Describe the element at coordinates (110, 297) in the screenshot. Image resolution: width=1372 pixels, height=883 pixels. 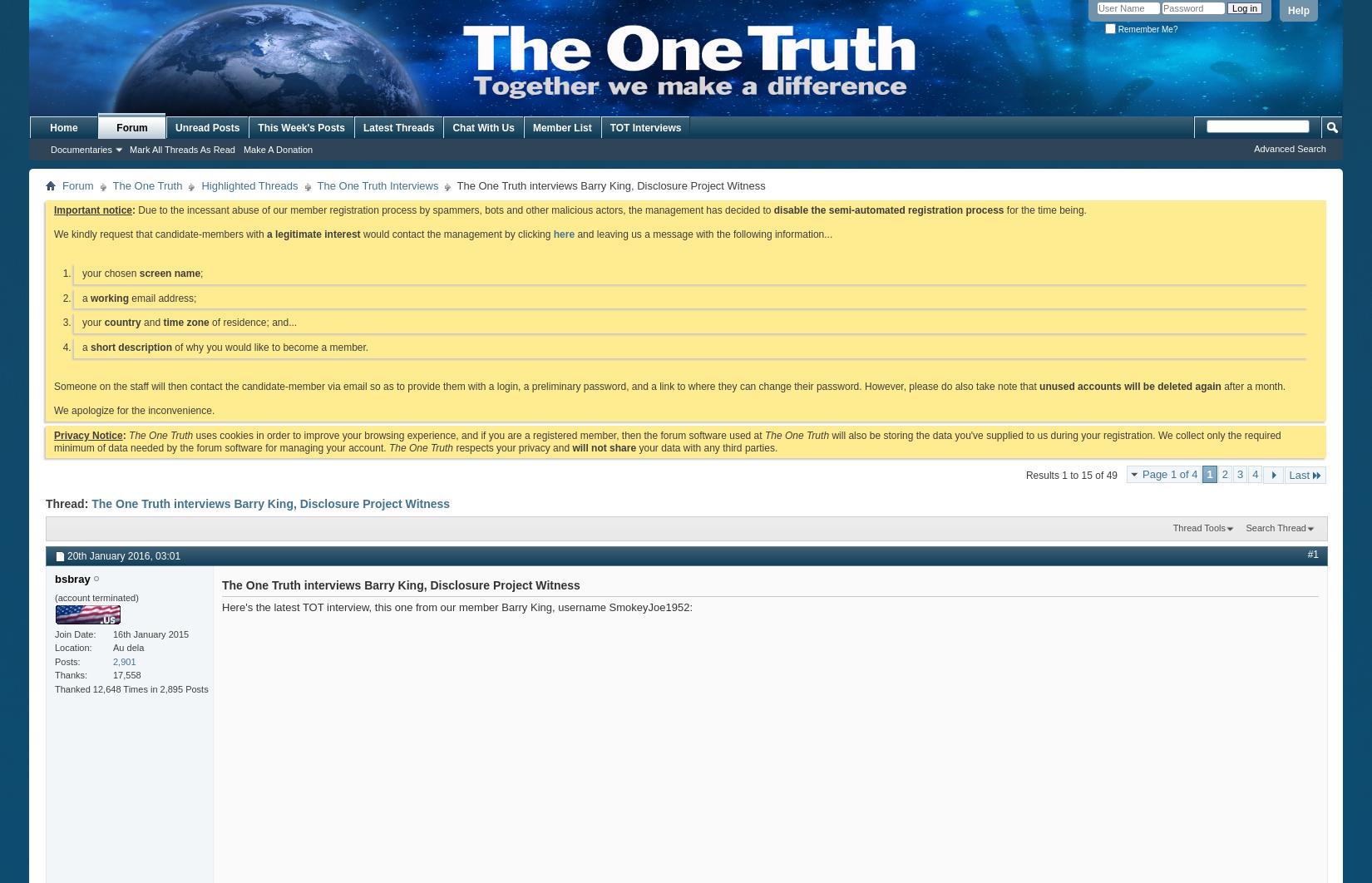
I see `'working'` at that location.